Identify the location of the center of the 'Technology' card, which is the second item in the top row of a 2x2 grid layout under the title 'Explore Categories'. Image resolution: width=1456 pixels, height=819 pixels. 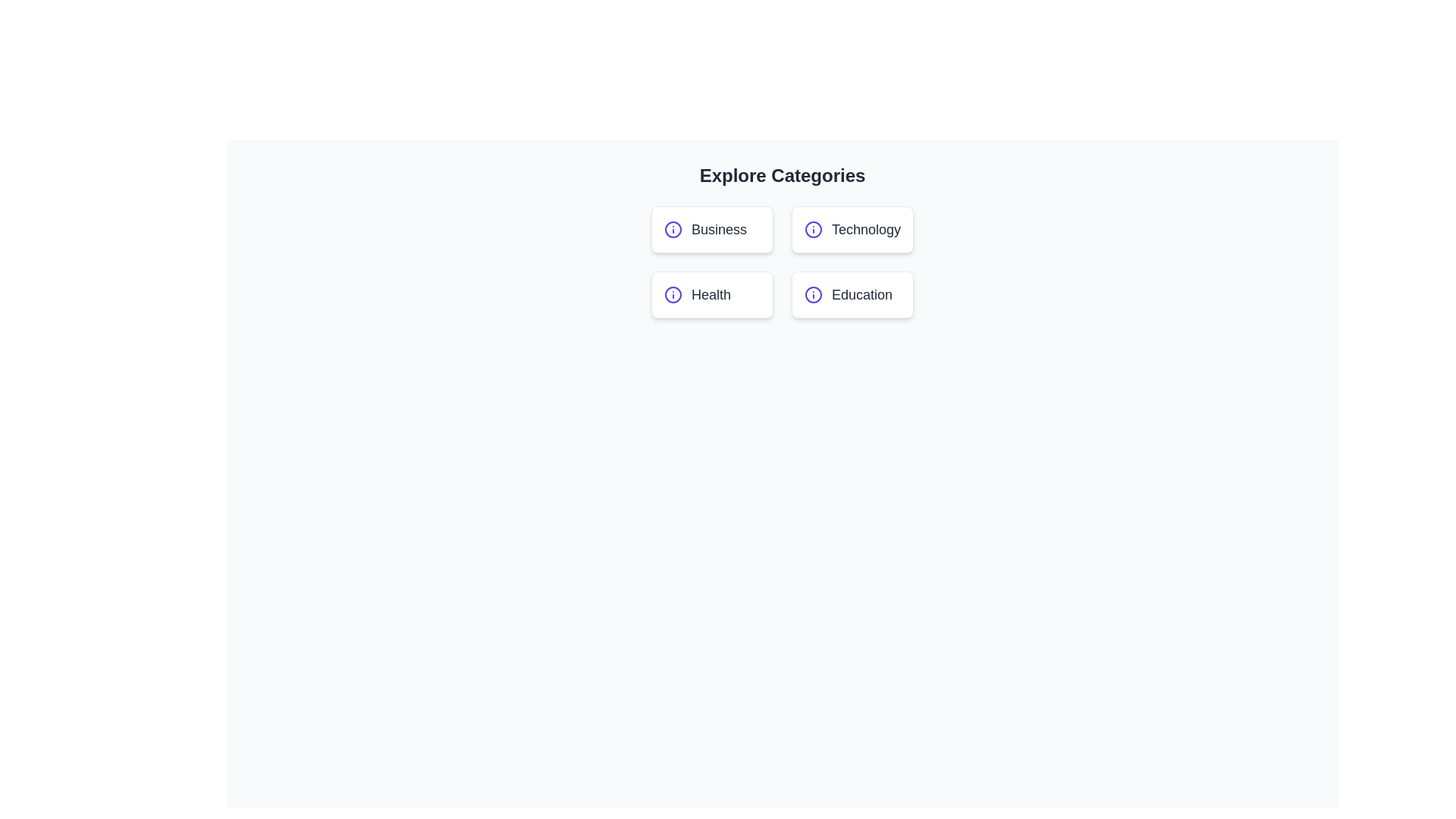
(852, 230).